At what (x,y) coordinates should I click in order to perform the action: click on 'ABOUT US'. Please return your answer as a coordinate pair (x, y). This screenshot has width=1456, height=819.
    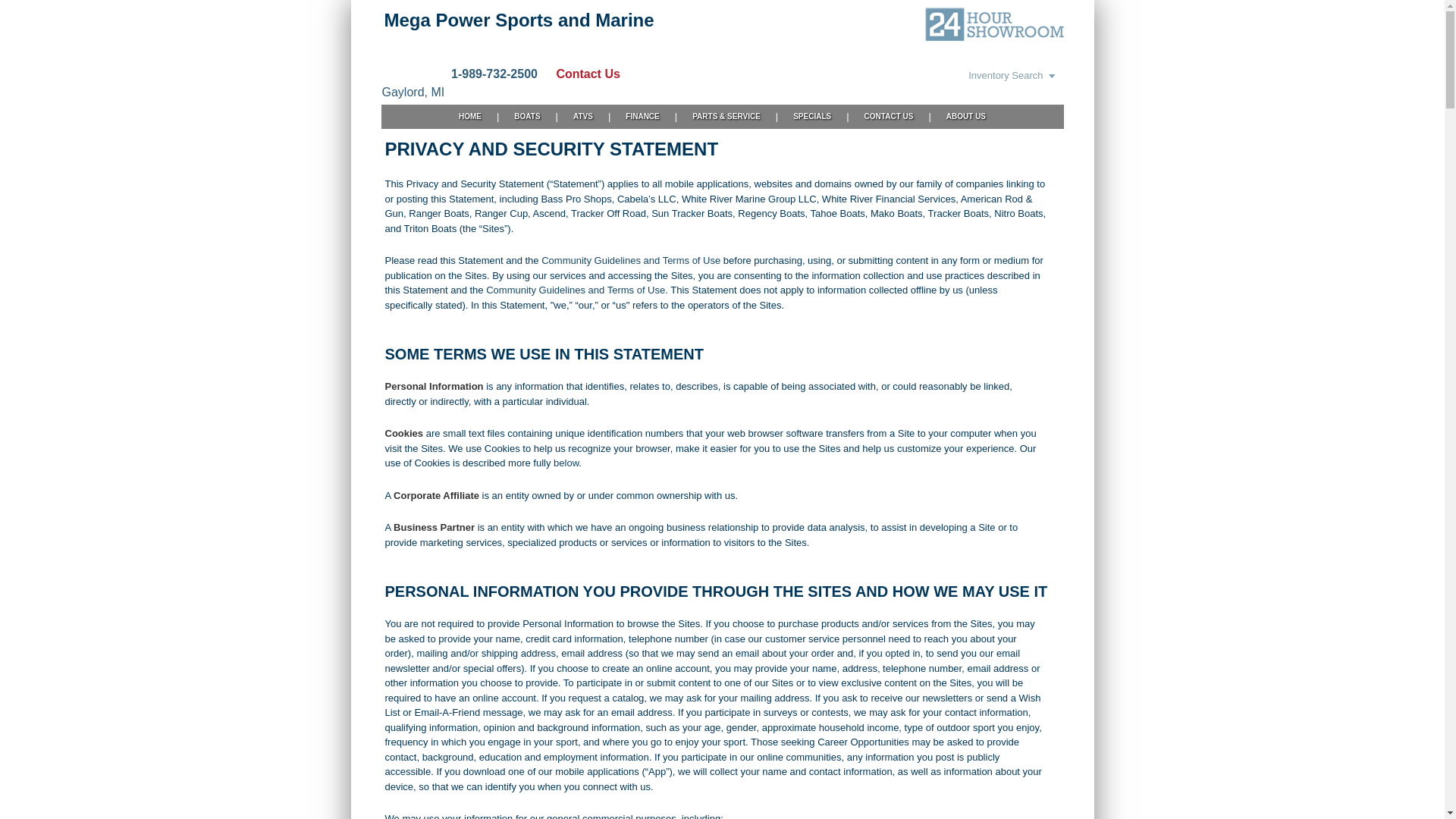
    Looking at the image, I should click on (965, 116).